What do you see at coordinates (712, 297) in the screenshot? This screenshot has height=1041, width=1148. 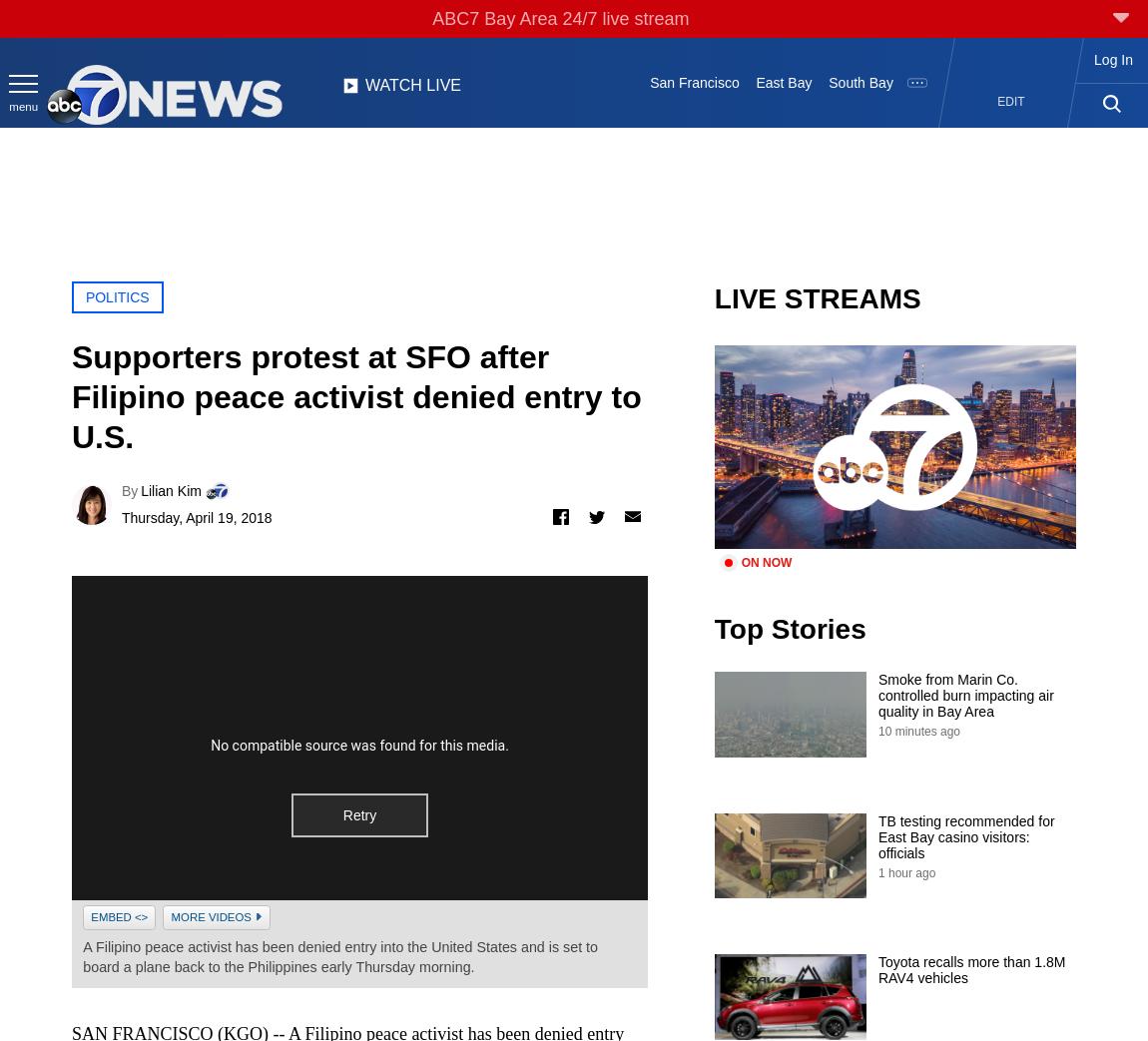 I see `'Live Streams'` at bounding box center [712, 297].